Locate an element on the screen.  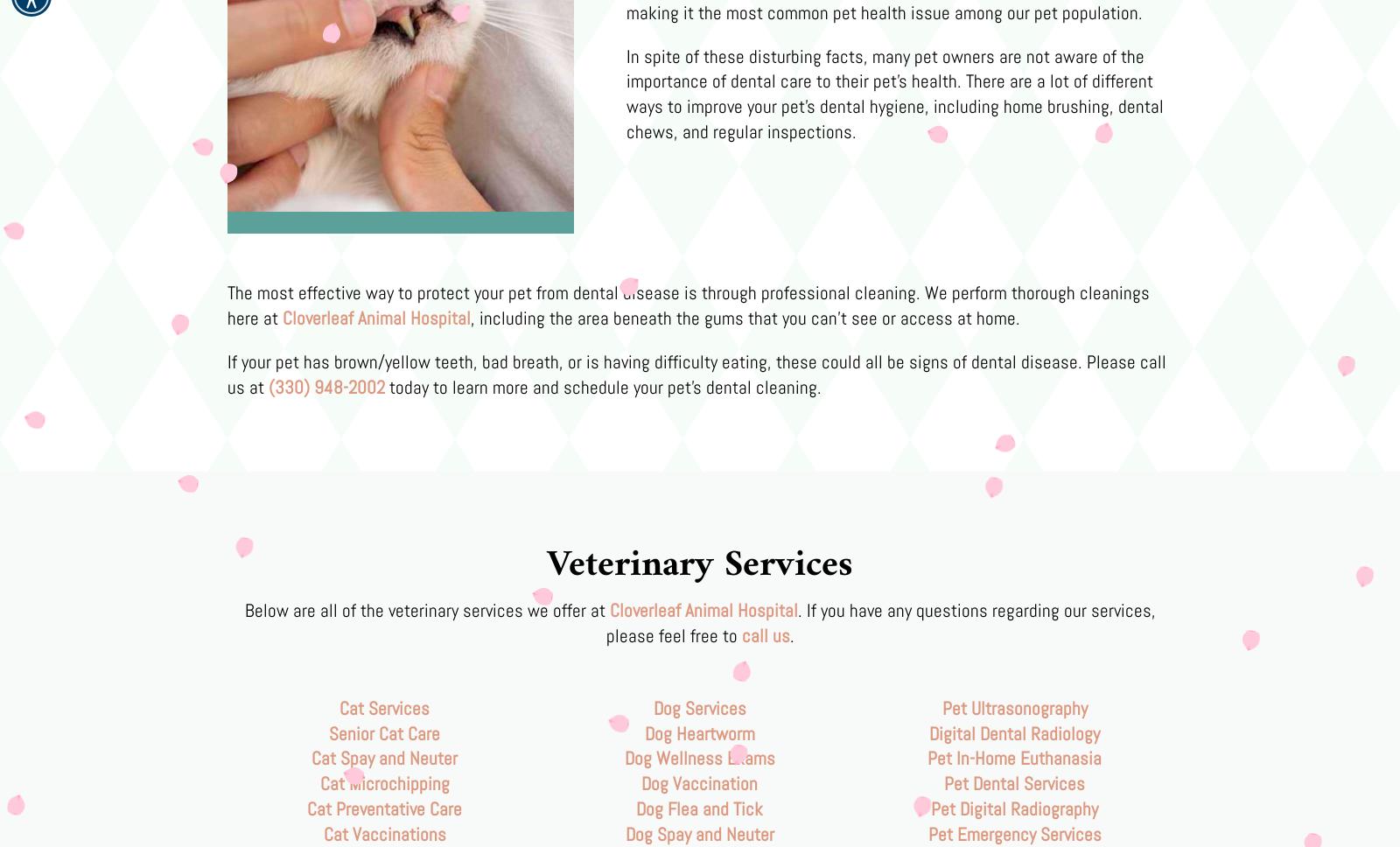
'Digital Dental Radiology' is located at coordinates (1014, 732).